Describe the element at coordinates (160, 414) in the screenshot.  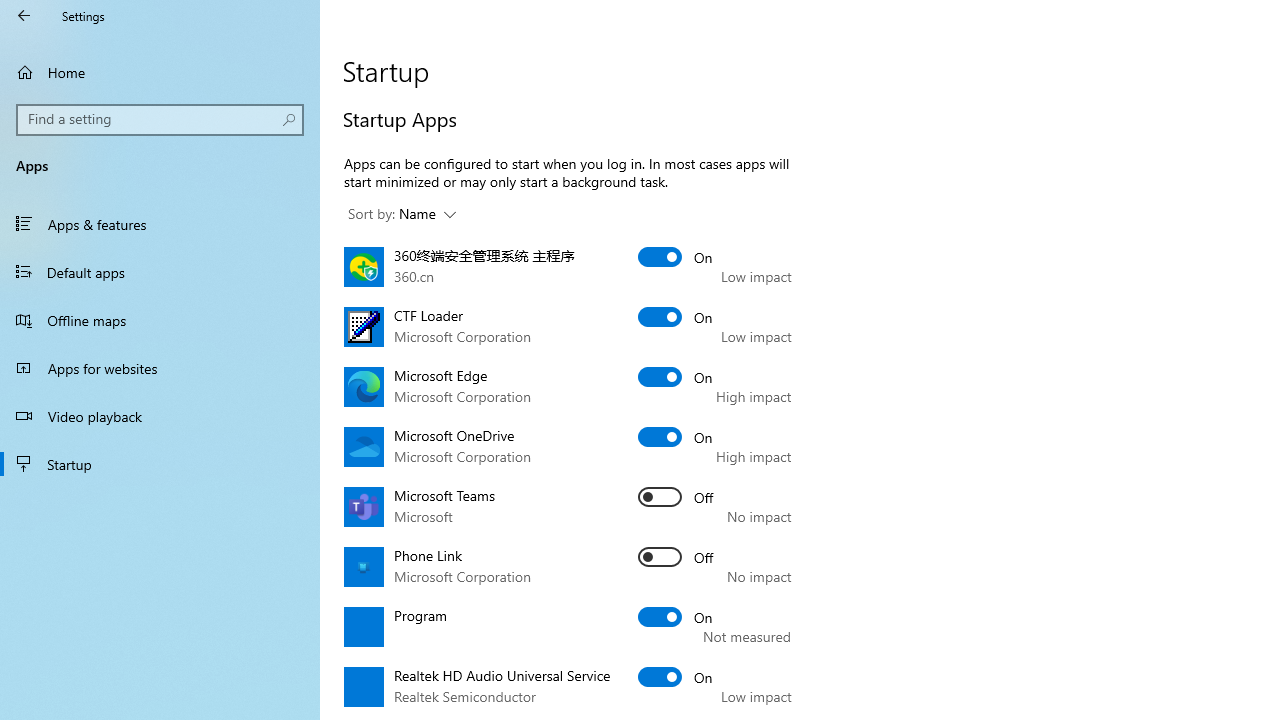
I see `'Video playback'` at that location.